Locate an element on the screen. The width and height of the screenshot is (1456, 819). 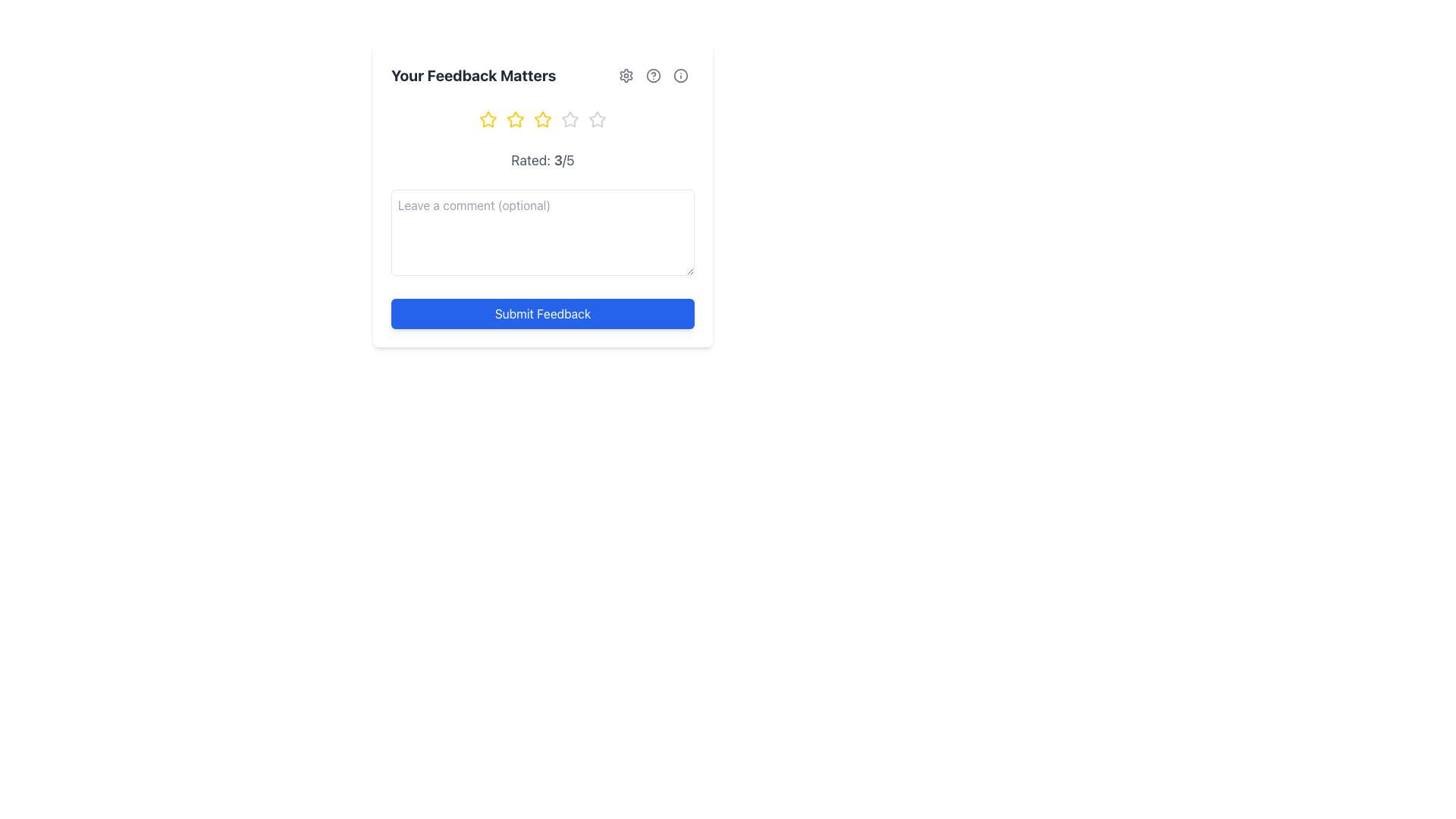
text from the heading Text Label located at the top of the feedback form interface is located at coordinates (472, 76).